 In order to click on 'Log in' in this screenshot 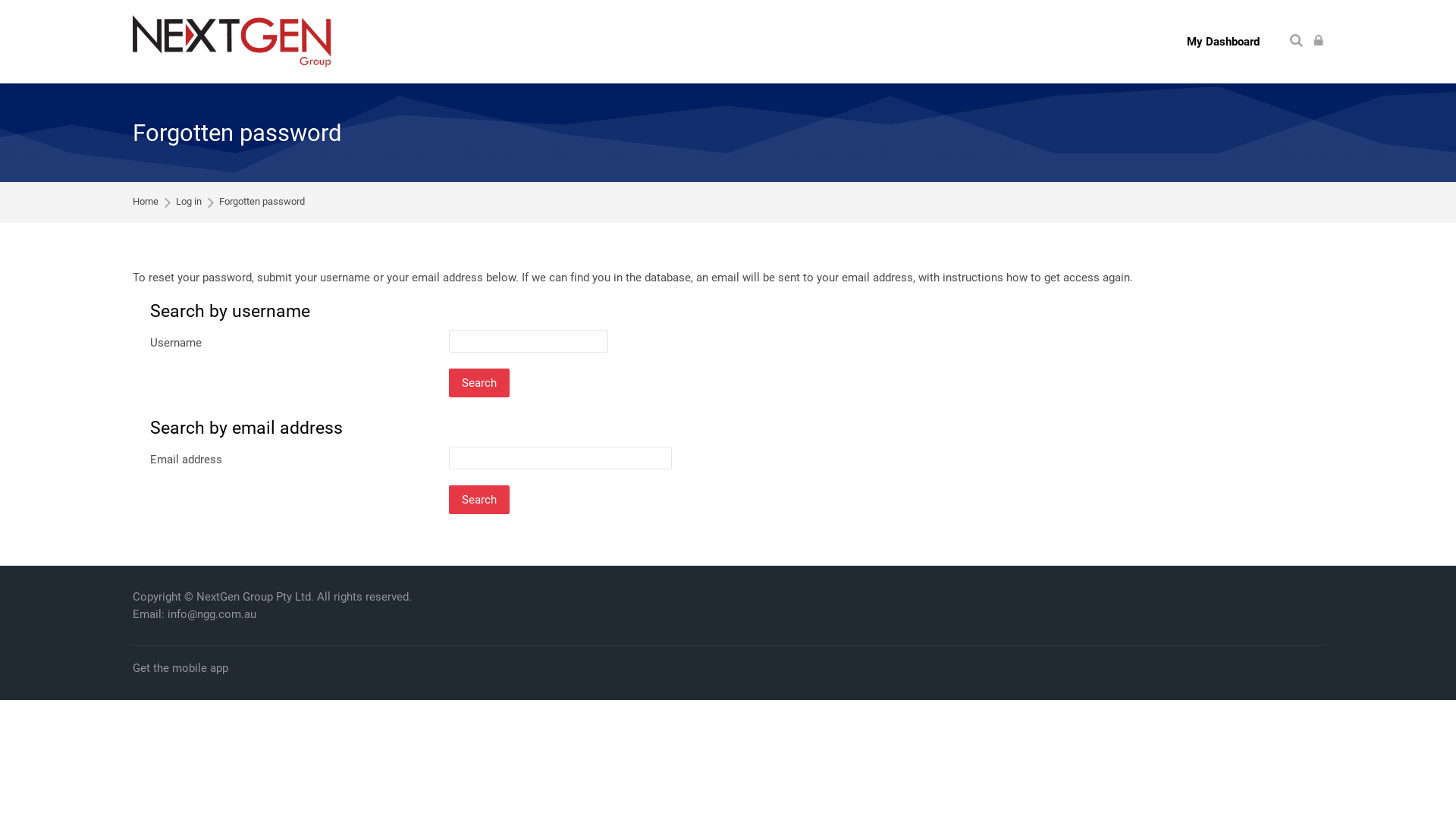, I will do `click(1317, 40)`.